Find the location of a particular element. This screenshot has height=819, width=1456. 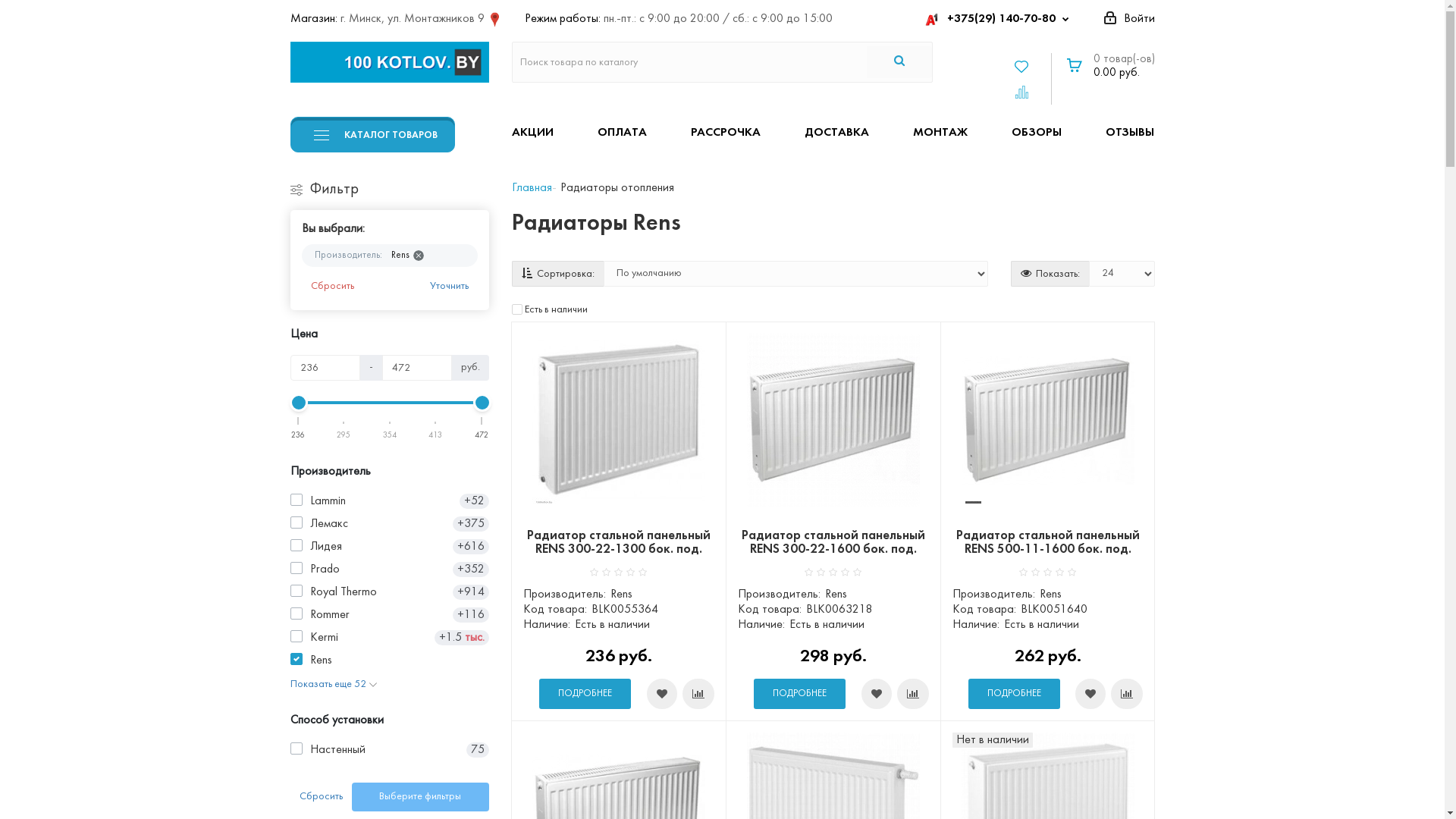

'100kotlov.by' is located at coordinates (389, 61).